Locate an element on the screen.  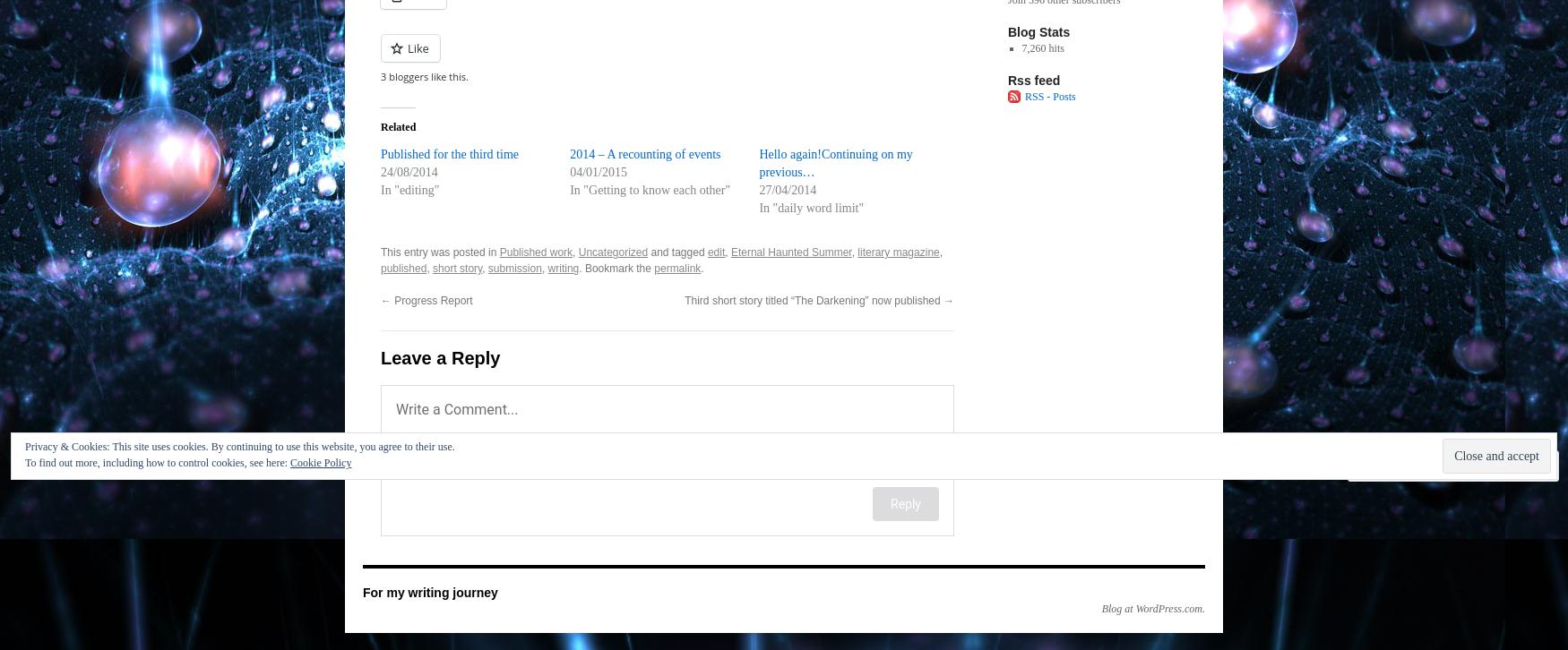
'Uncategorized' is located at coordinates (577, 251).